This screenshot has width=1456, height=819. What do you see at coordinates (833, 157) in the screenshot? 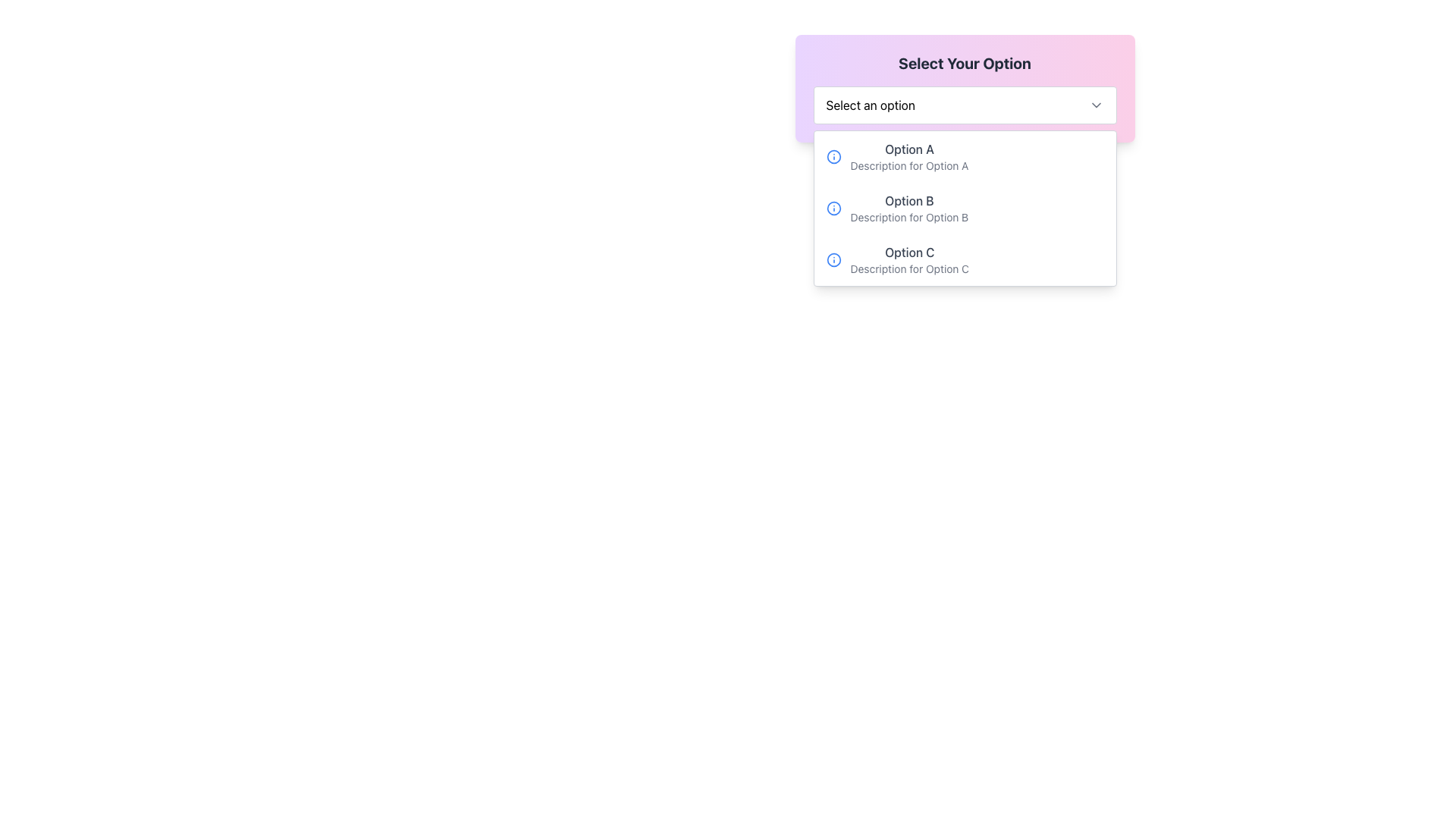
I see `the circular blue icon with a white center and an exclamation mark, located to the left of 'Option A' in the dropdown list` at bounding box center [833, 157].